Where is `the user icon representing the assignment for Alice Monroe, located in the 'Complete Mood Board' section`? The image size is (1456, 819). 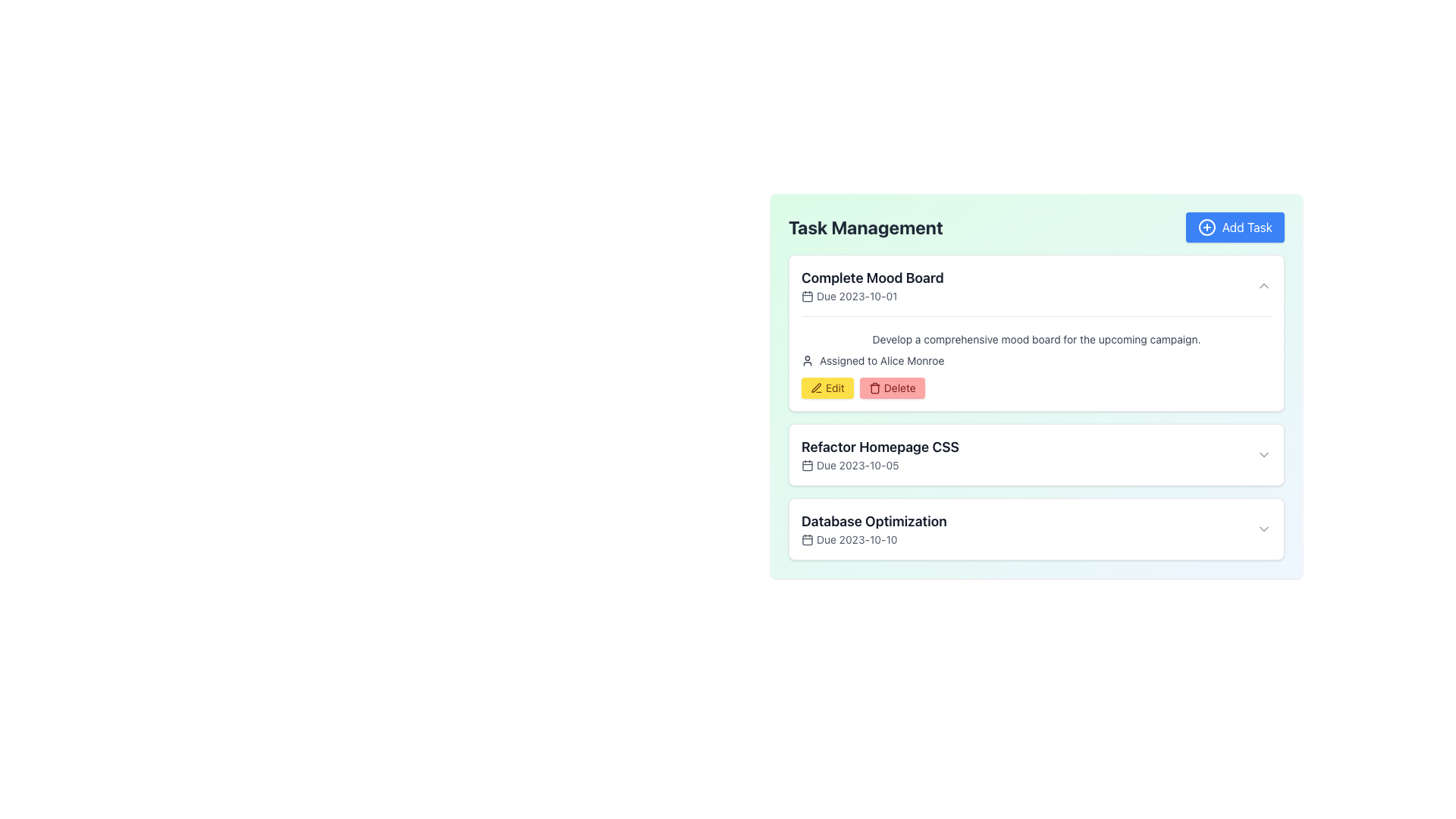
the user icon representing the assignment for Alice Monroe, located in the 'Complete Mood Board' section is located at coordinates (807, 360).